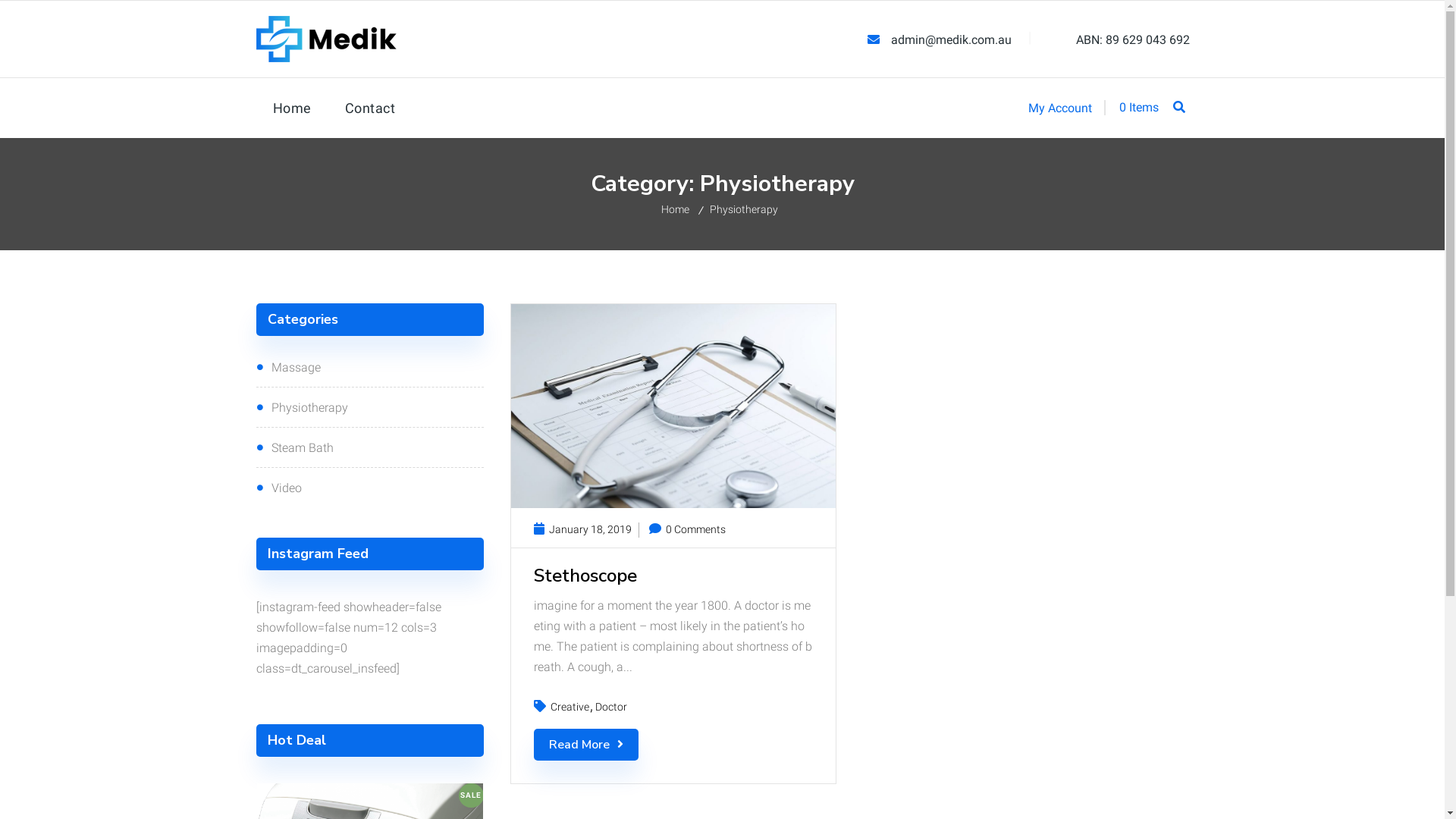 Image resolution: width=1456 pixels, height=819 pixels. I want to click on 'admin@medik.com.au', so click(953, 38).